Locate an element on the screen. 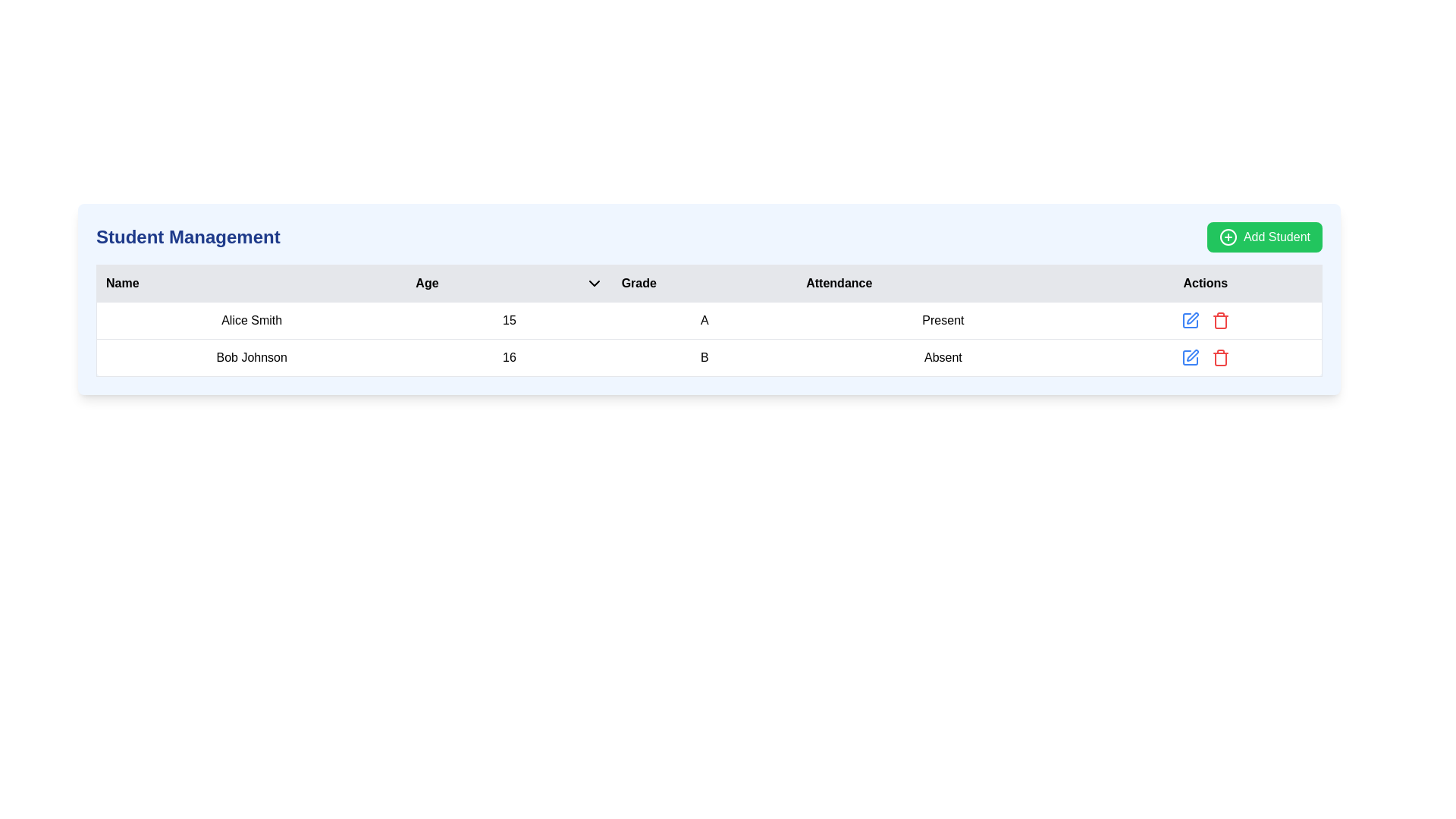 This screenshot has width=1456, height=819. the text label indicating the attendance status of student 'Bob Johnson' as 'Absent', which is located in the fourth column of the second row of the table, under the 'Attendance' header and next to the 'Age' column is located at coordinates (942, 357).